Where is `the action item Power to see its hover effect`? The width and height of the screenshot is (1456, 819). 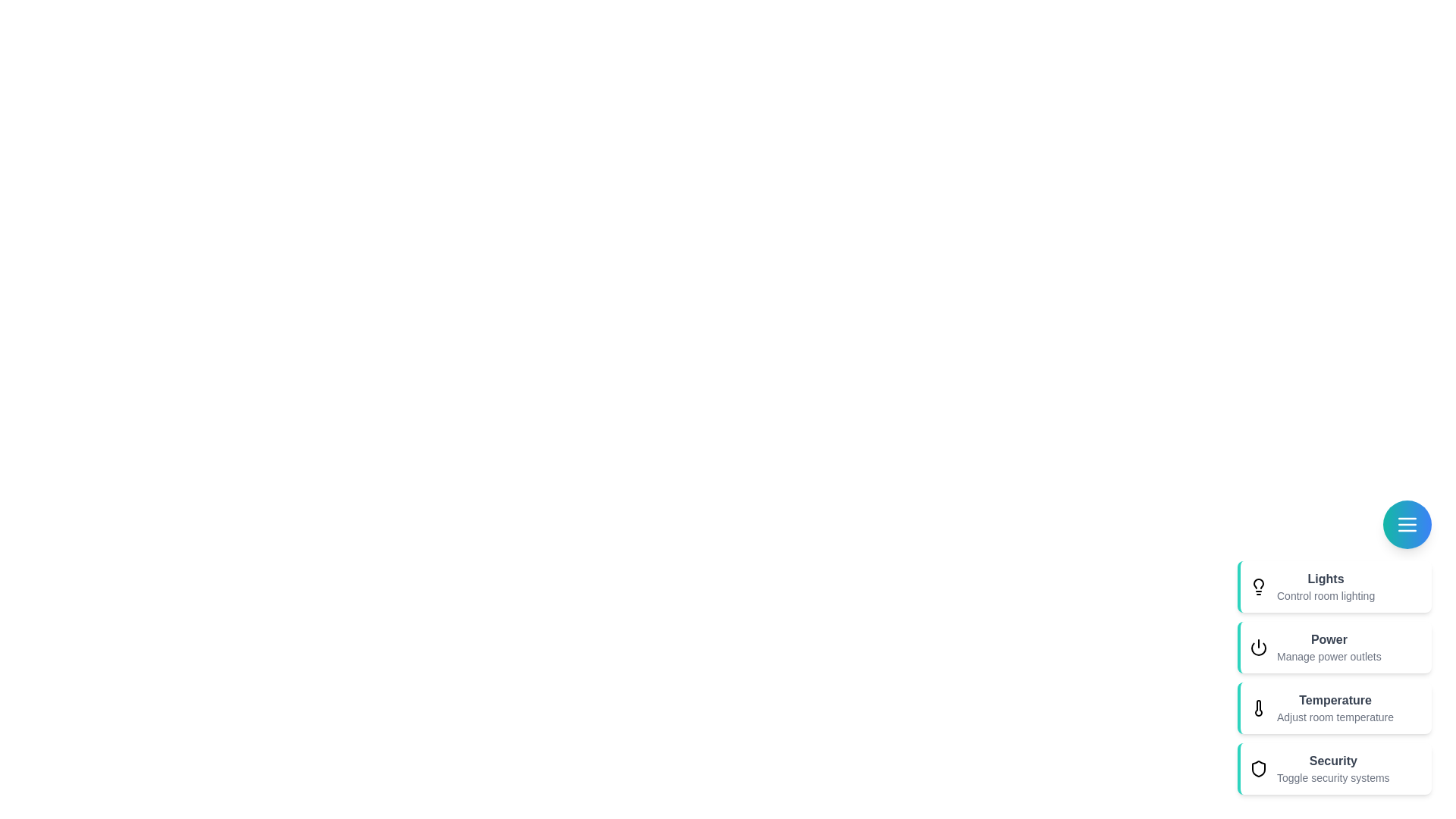 the action item Power to see its hover effect is located at coordinates (1328, 647).